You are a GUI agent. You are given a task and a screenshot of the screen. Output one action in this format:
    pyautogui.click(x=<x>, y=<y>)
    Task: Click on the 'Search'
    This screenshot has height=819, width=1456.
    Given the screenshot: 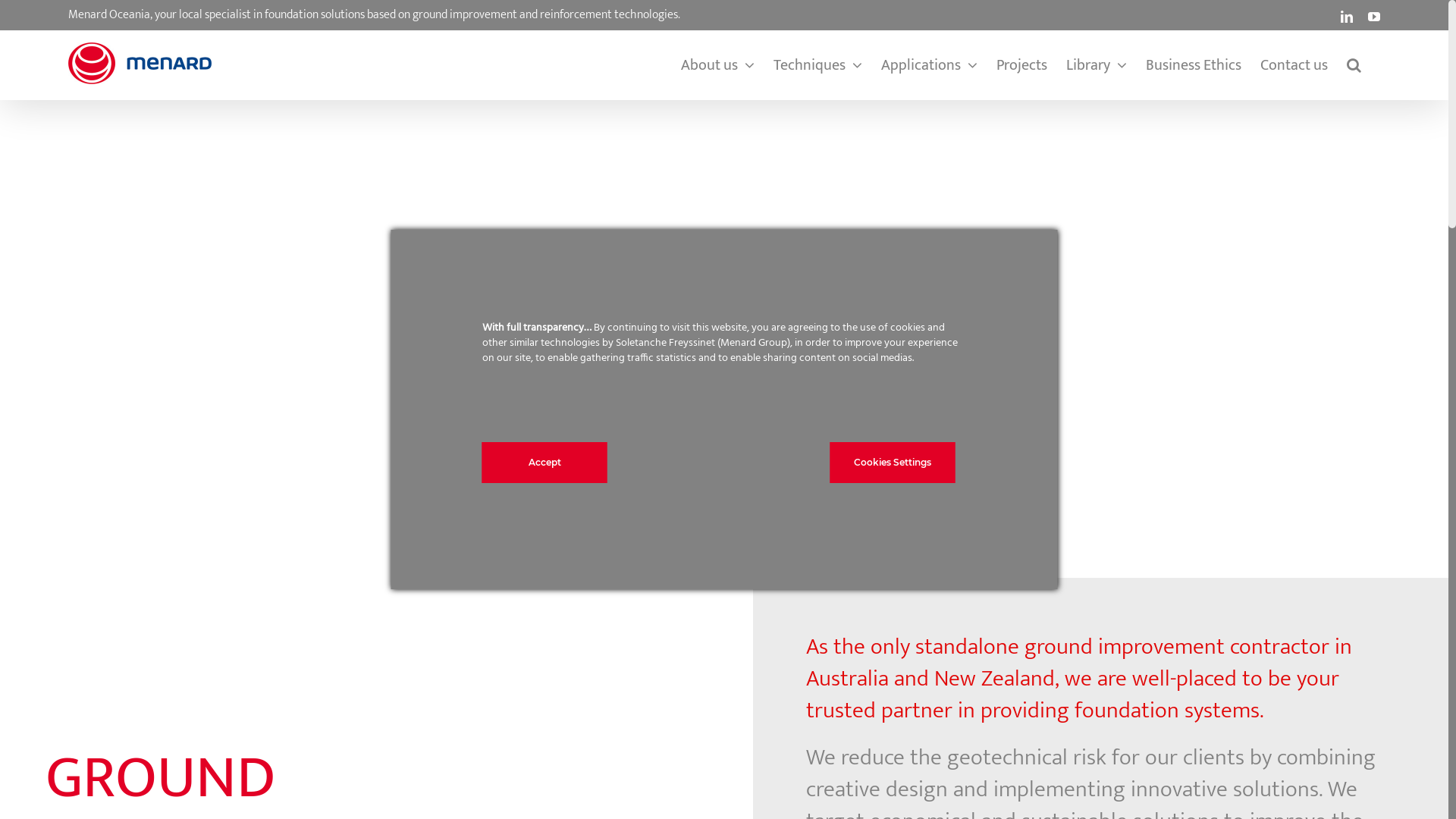 What is the action you would take?
    pyautogui.click(x=1354, y=64)
    